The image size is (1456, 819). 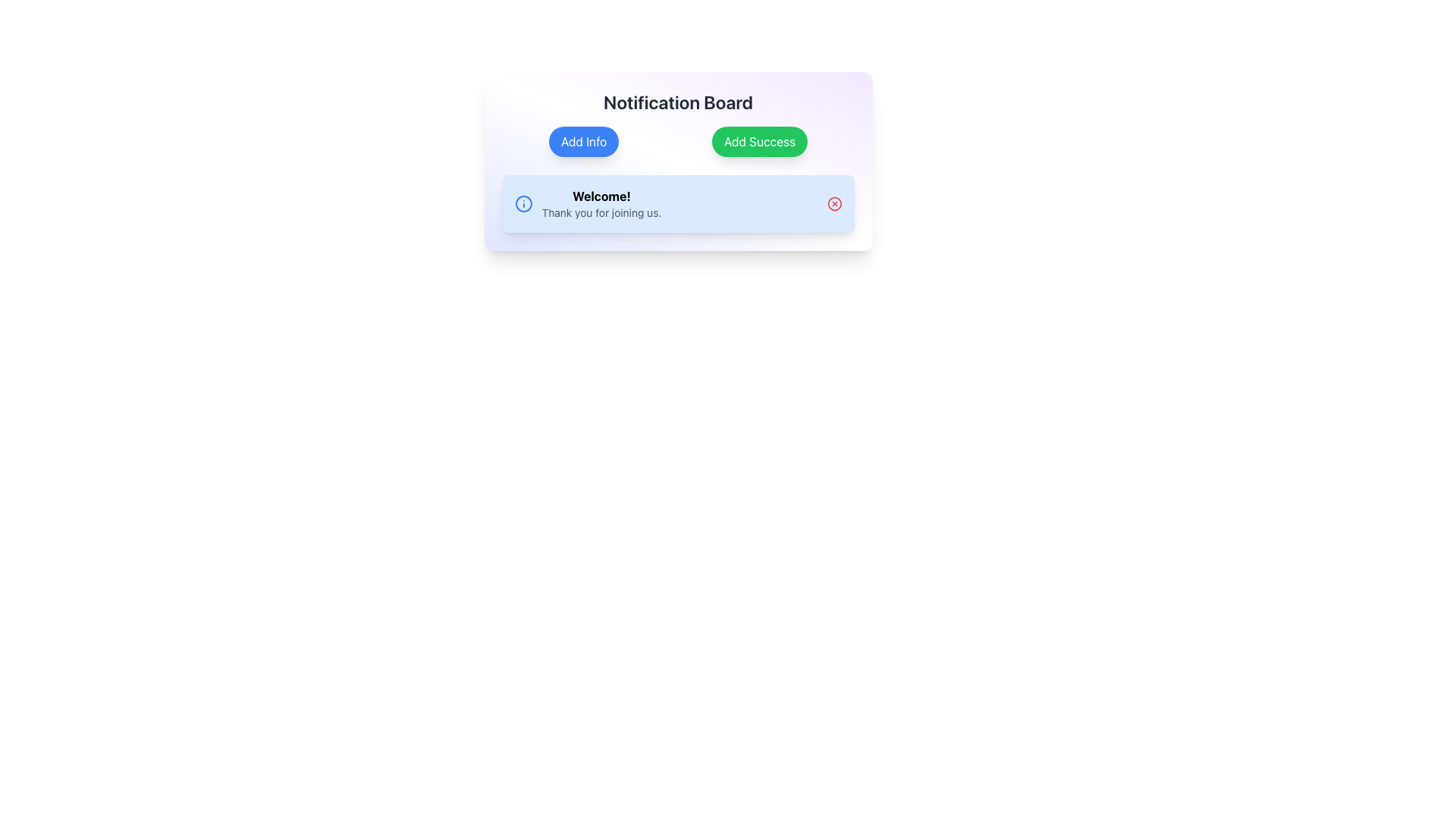 What do you see at coordinates (601, 203) in the screenshot?
I see `the static text element displaying the welcome message, which is located within the notification card, positioned to the right of a blue circular icon and before a red circular icon` at bounding box center [601, 203].